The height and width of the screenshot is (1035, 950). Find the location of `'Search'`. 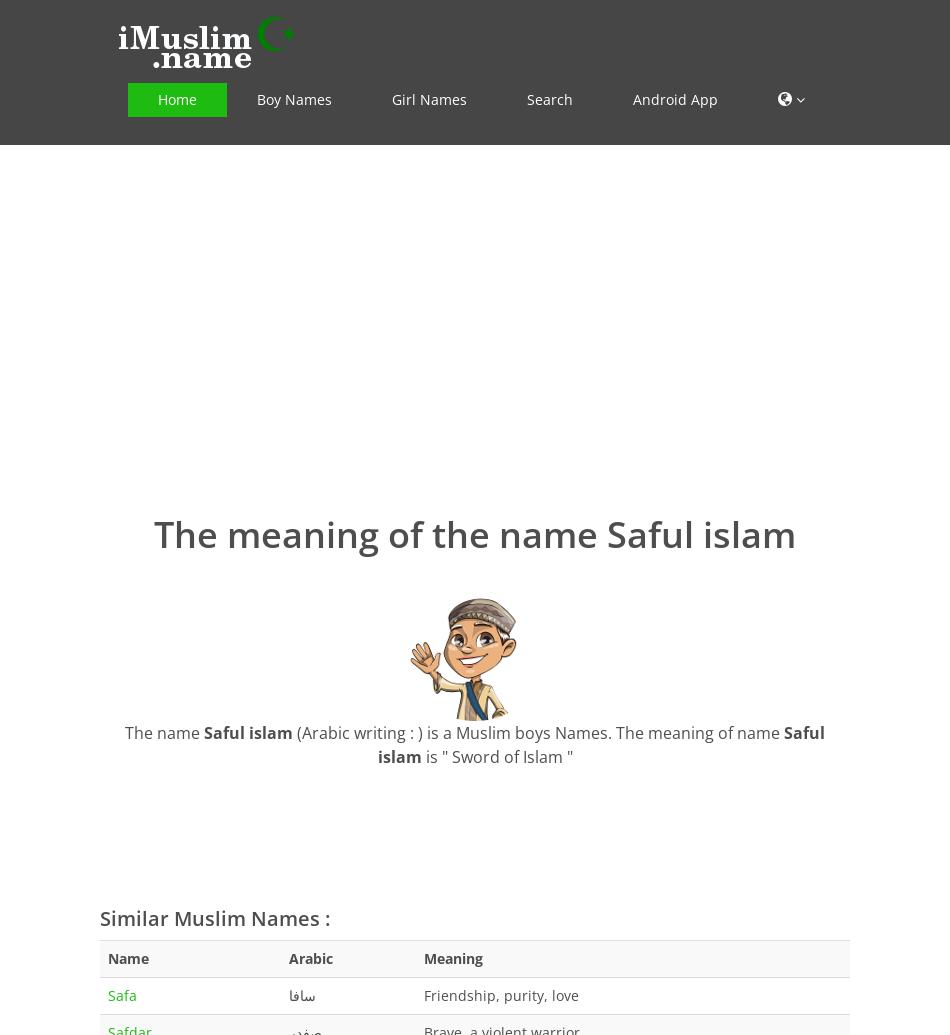

'Search' is located at coordinates (549, 99).